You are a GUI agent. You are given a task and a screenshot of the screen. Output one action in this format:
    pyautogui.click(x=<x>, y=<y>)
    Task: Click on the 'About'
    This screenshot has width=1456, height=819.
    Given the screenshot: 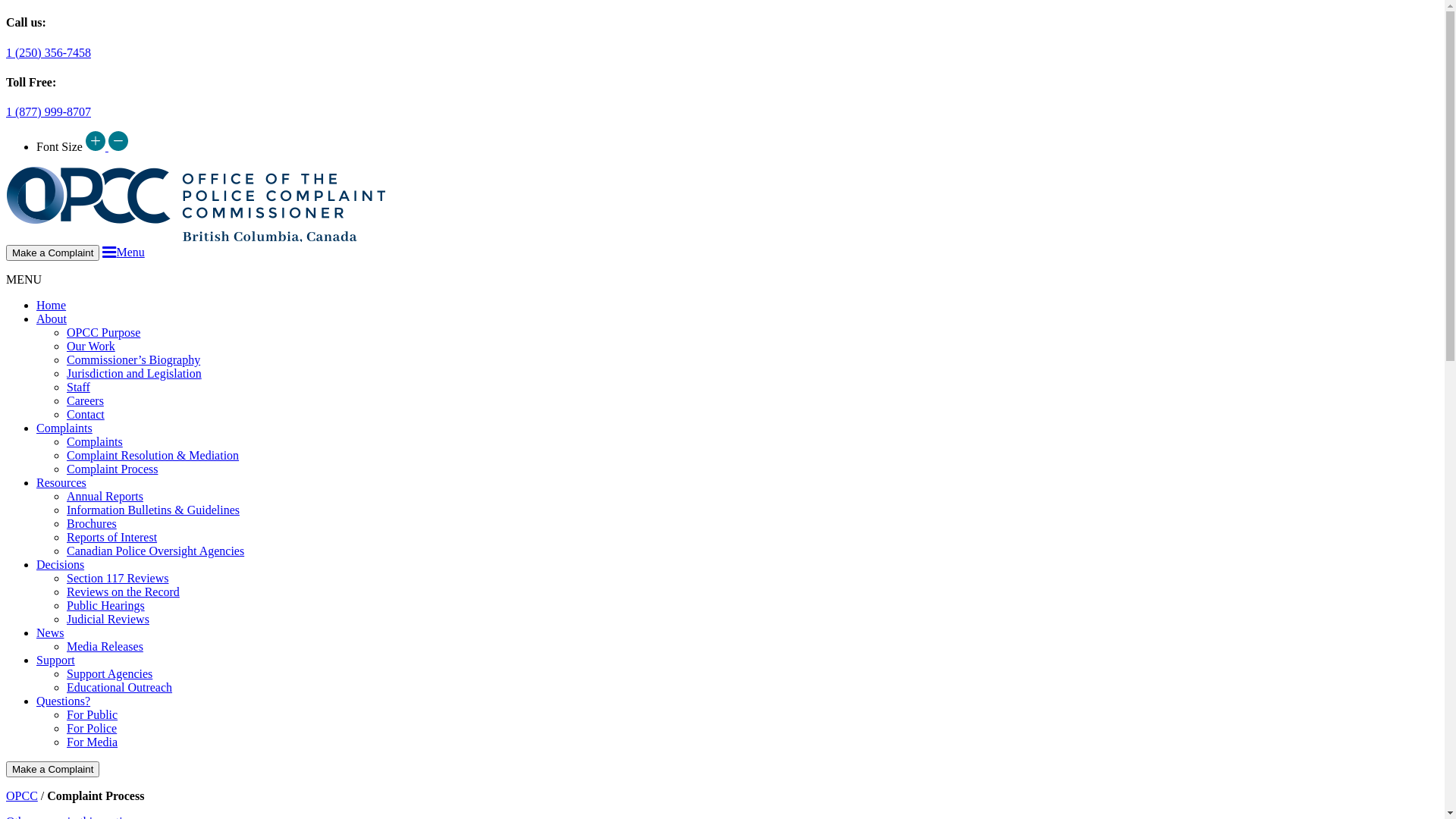 What is the action you would take?
    pyautogui.click(x=36, y=318)
    